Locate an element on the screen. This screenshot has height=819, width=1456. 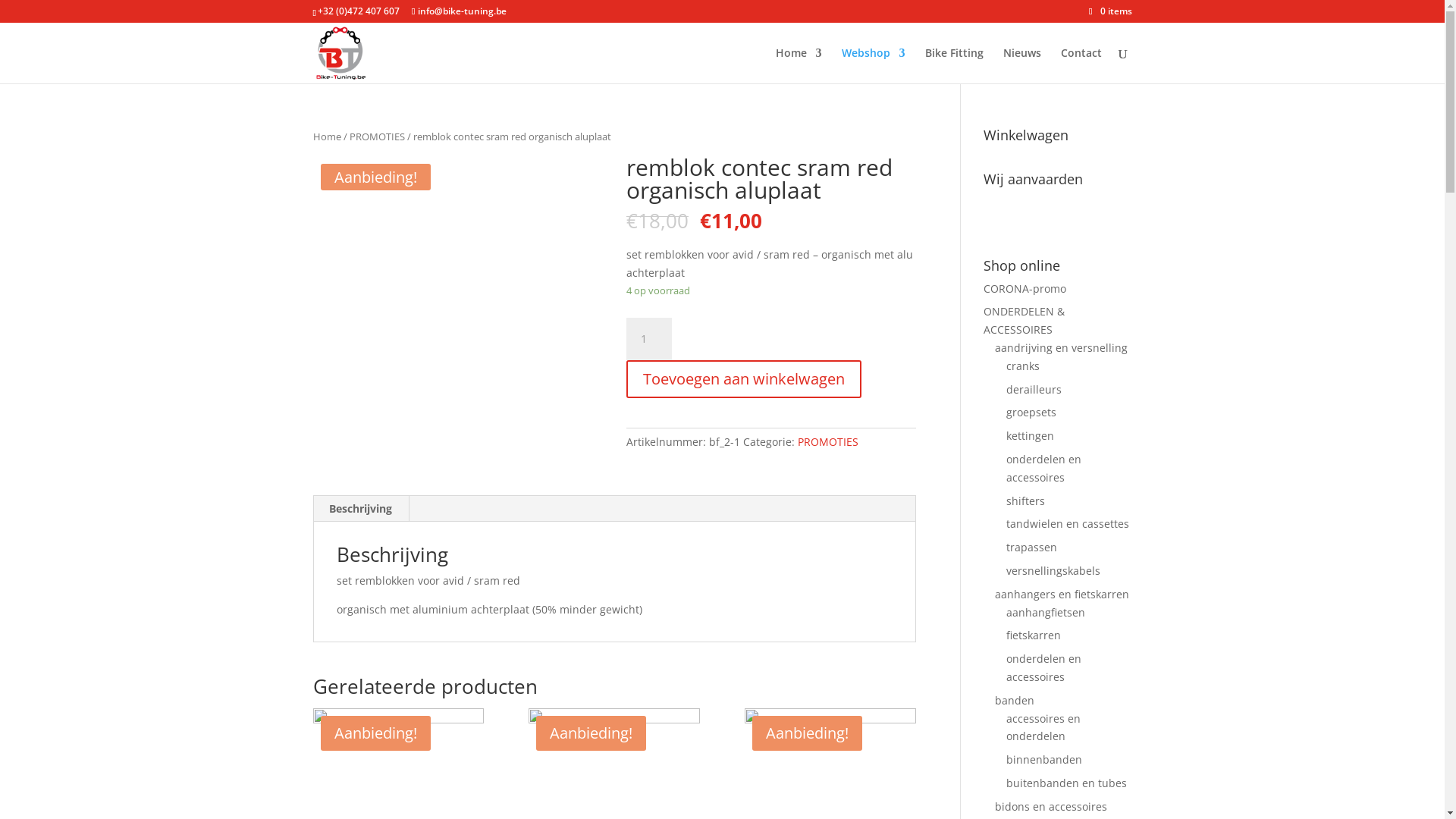
'aandrijving en versnelling' is located at coordinates (1060, 347).